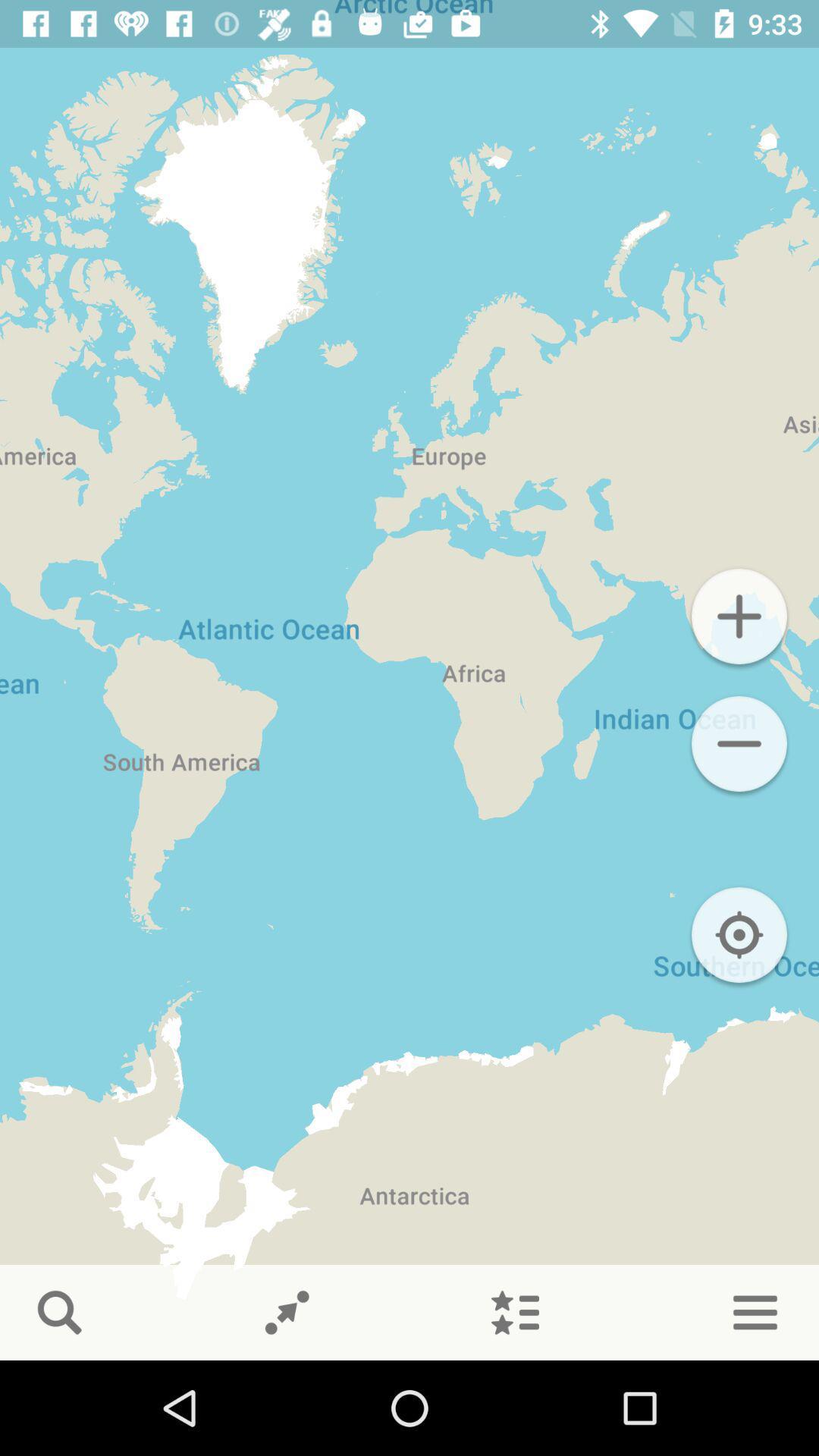 This screenshot has height=1456, width=819. What do you see at coordinates (739, 616) in the screenshot?
I see `zooms map` at bounding box center [739, 616].